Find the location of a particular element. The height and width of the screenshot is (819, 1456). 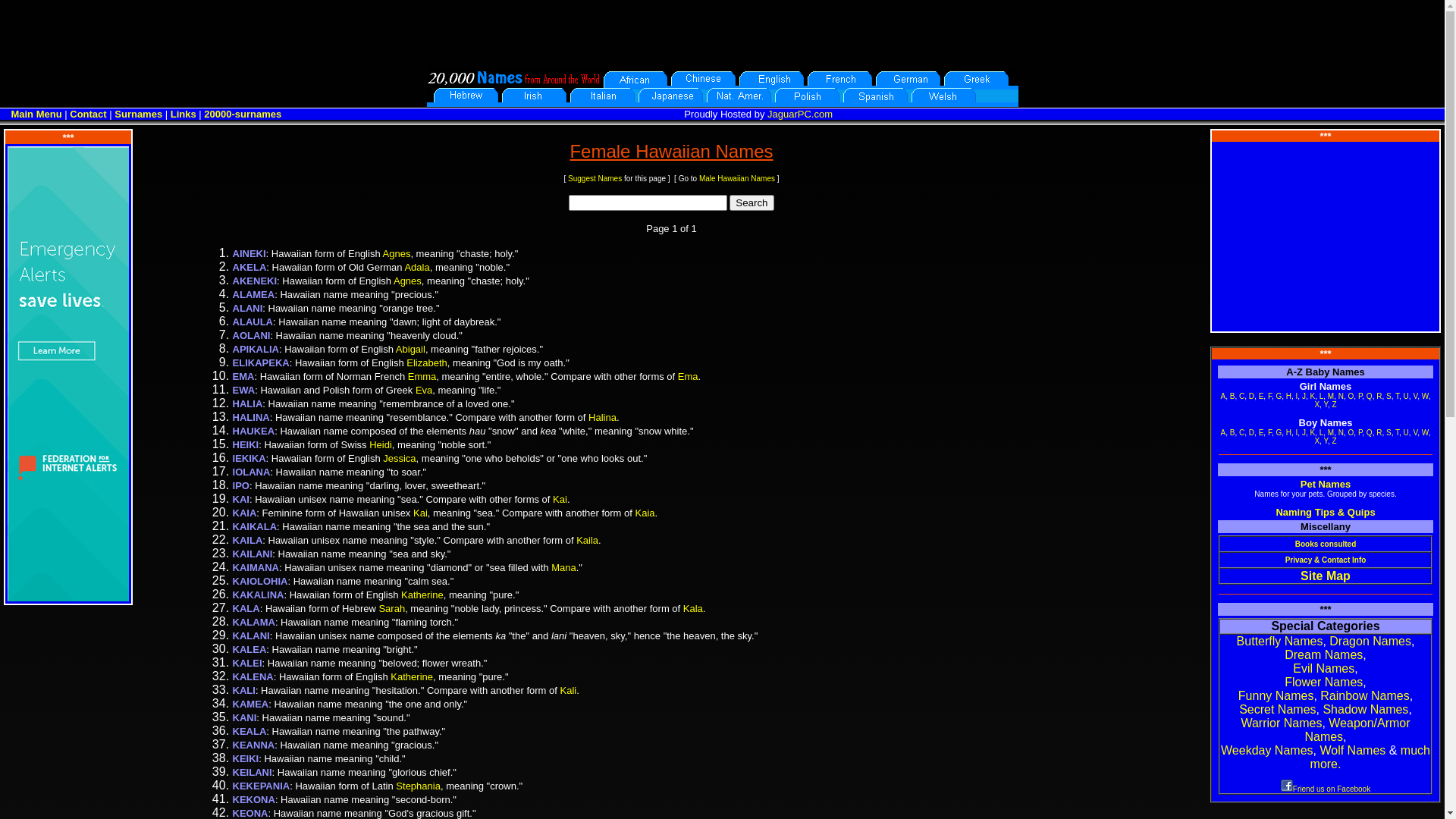

'T' is located at coordinates (1395, 432).